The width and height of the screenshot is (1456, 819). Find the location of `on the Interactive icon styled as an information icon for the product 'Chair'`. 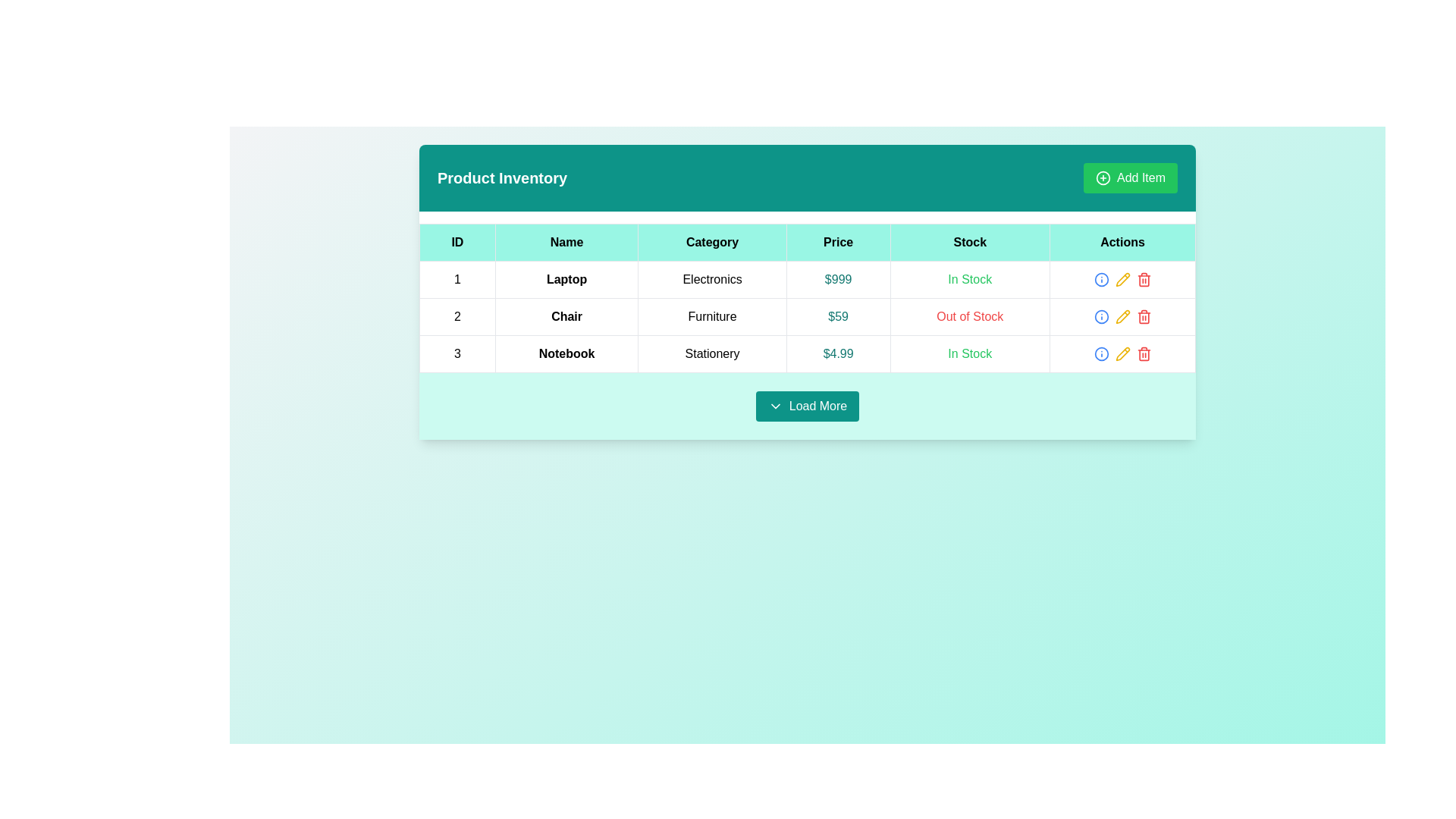

on the Interactive icon styled as an information icon for the product 'Chair' is located at coordinates (1101, 280).